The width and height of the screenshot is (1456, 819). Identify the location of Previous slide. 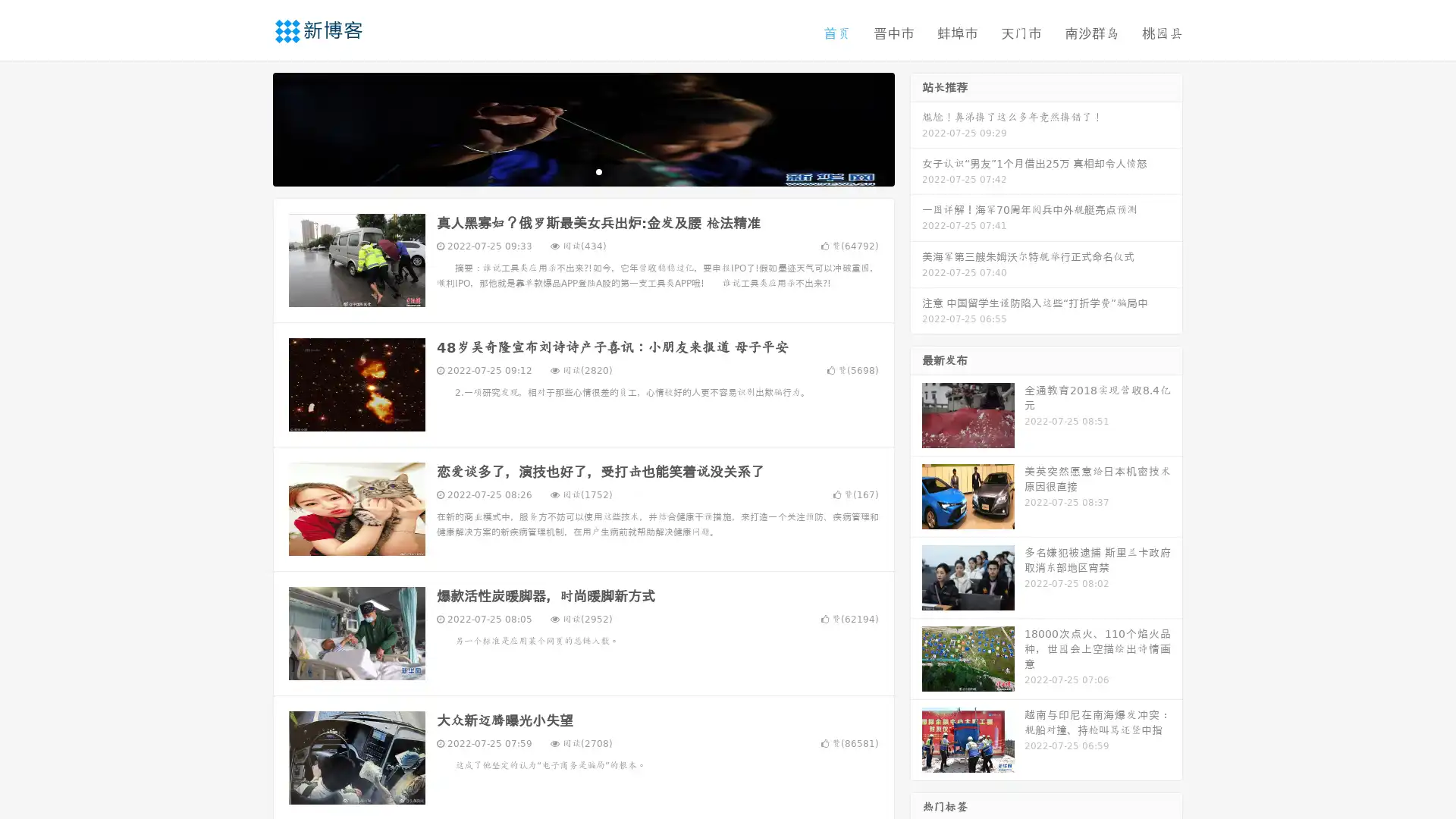
(250, 127).